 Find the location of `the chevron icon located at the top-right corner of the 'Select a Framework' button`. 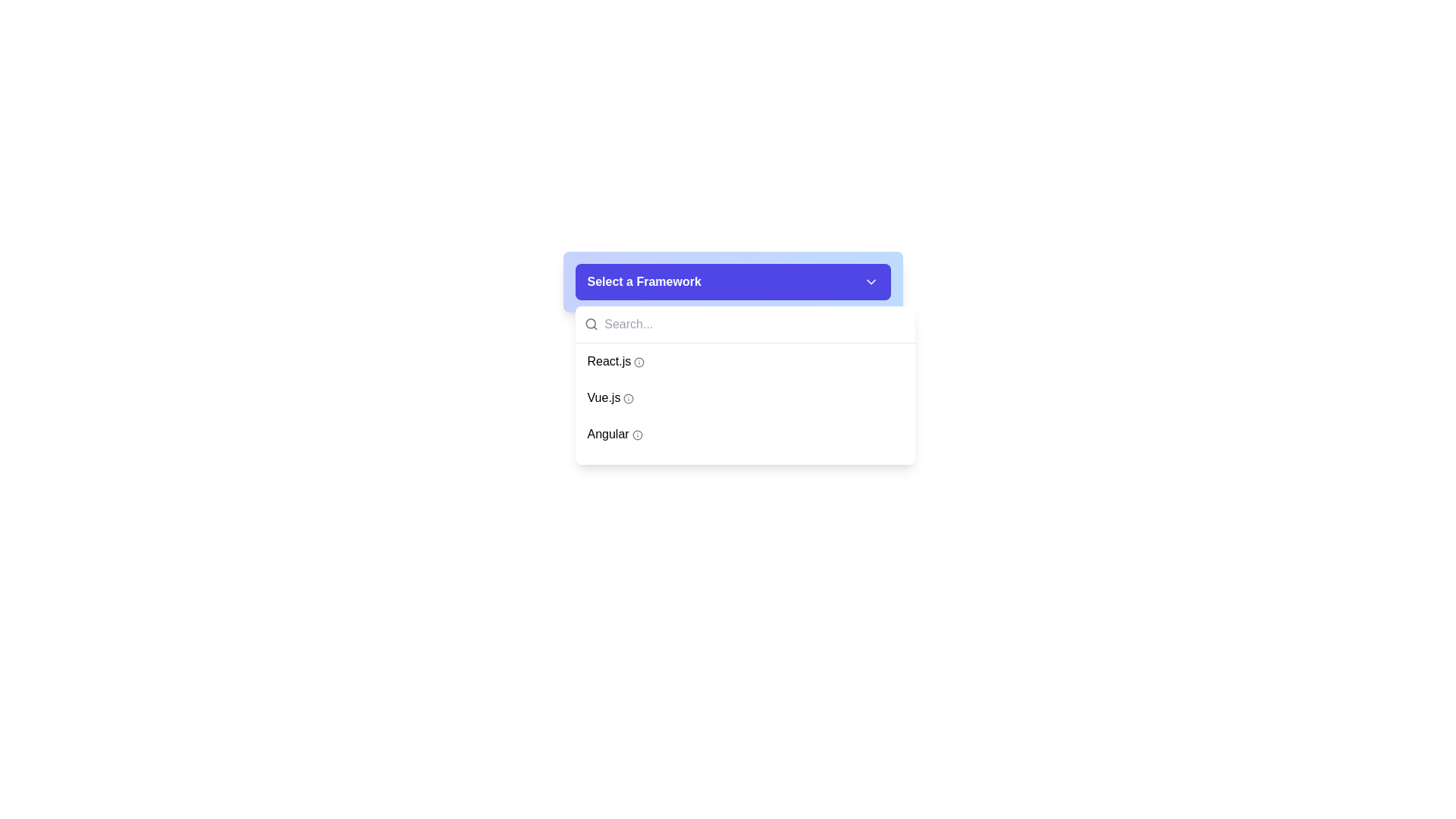

the chevron icon located at the top-right corner of the 'Select a Framework' button is located at coordinates (871, 281).